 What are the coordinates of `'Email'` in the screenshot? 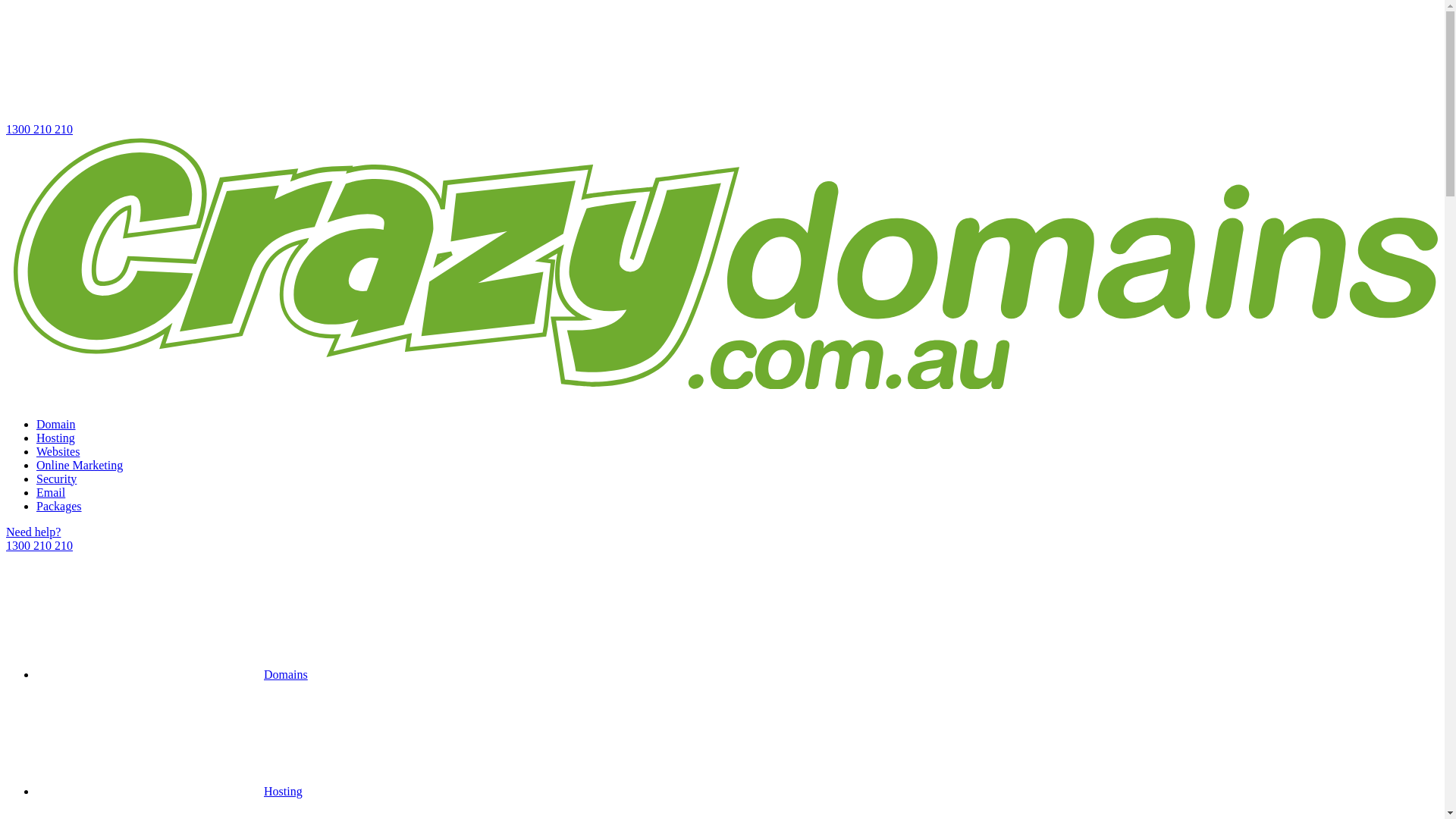 It's located at (51, 492).